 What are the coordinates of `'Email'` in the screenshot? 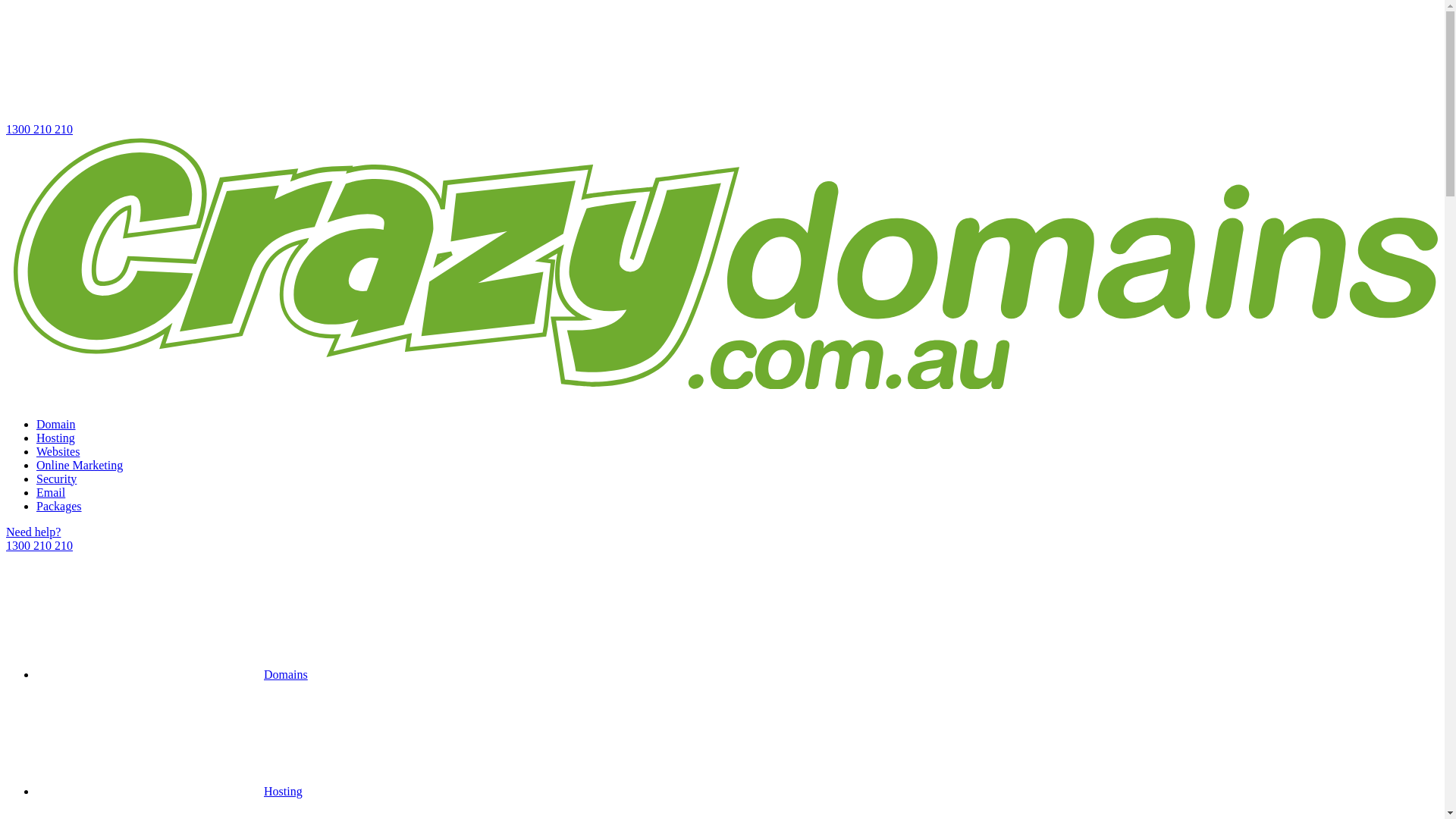 It's located at (51, 492).